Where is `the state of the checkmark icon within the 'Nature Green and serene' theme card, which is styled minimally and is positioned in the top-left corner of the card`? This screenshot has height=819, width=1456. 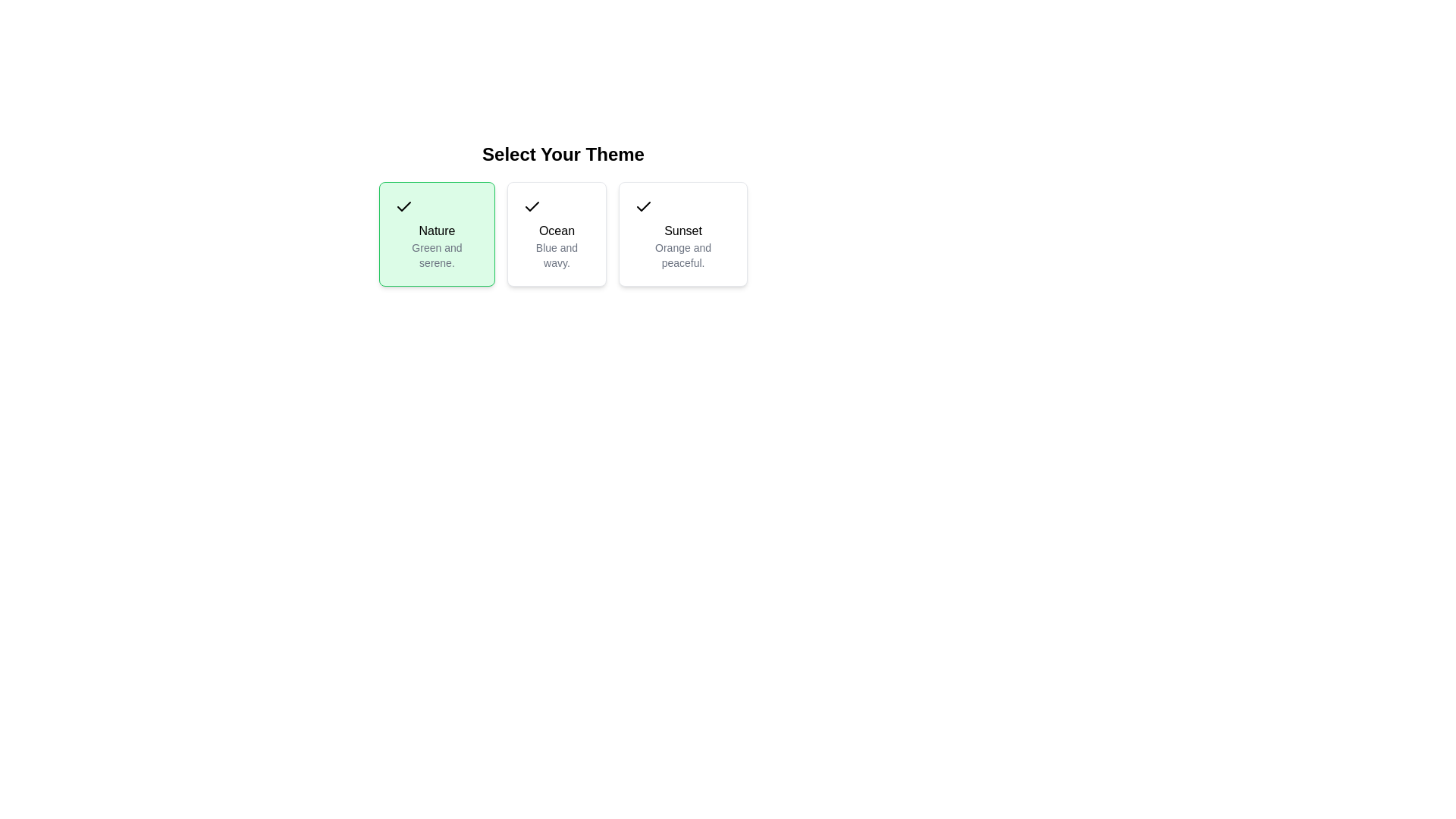 the state of the checkmark icon within the 'Nature Green and serene' theme card, which is styled minimally and is positioned in the top-left corner of the card is located at coordinates (644, 206).